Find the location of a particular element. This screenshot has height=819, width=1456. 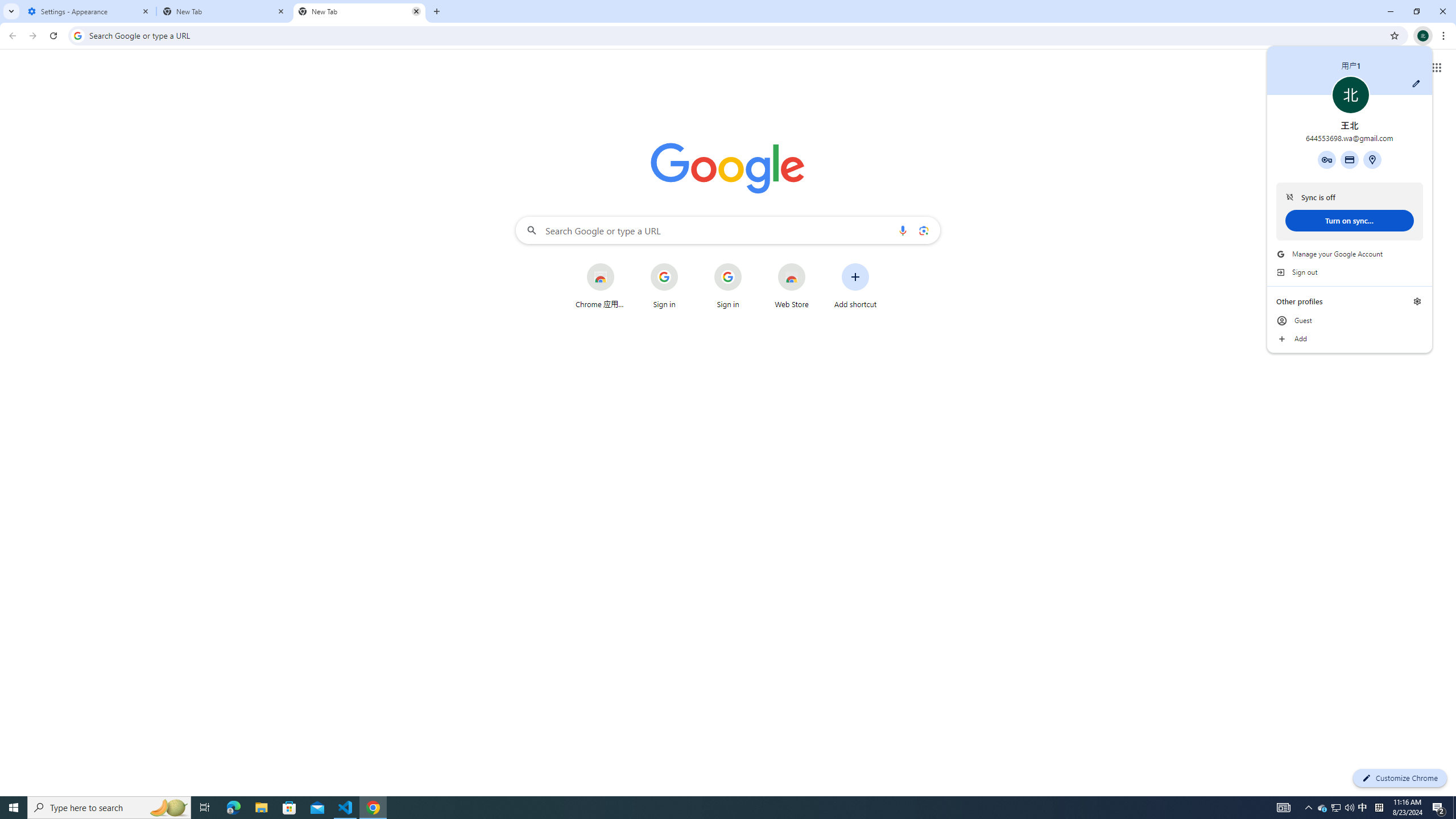

'AutomationID: 4105' is located at coordinates (1283, 806).